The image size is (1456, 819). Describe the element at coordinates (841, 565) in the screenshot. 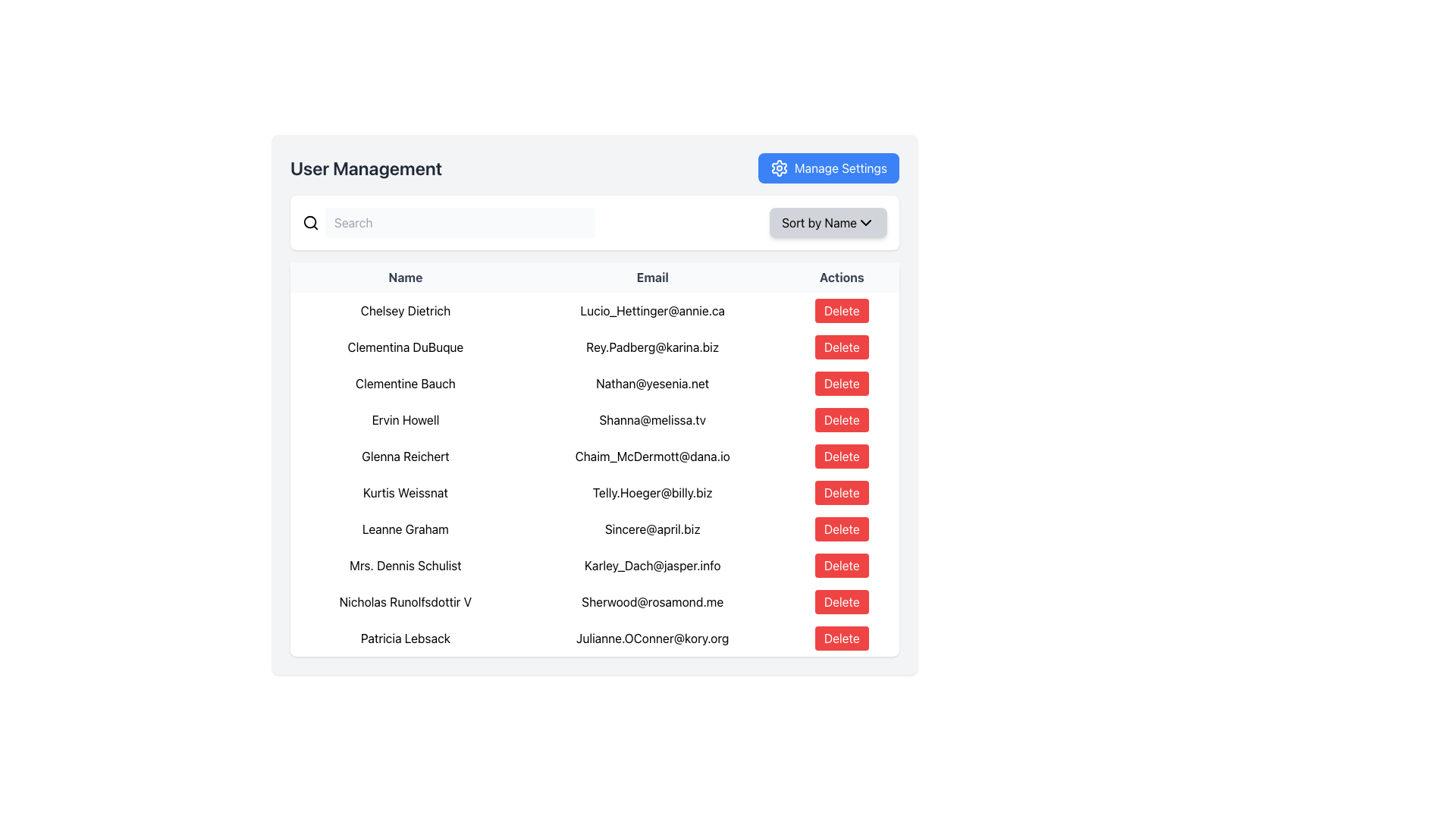

I see `the 'Delete' button with a red background and white text in the Actions column of the table, associated with the email 'Karley_Dach@jasper.info'` at that location.